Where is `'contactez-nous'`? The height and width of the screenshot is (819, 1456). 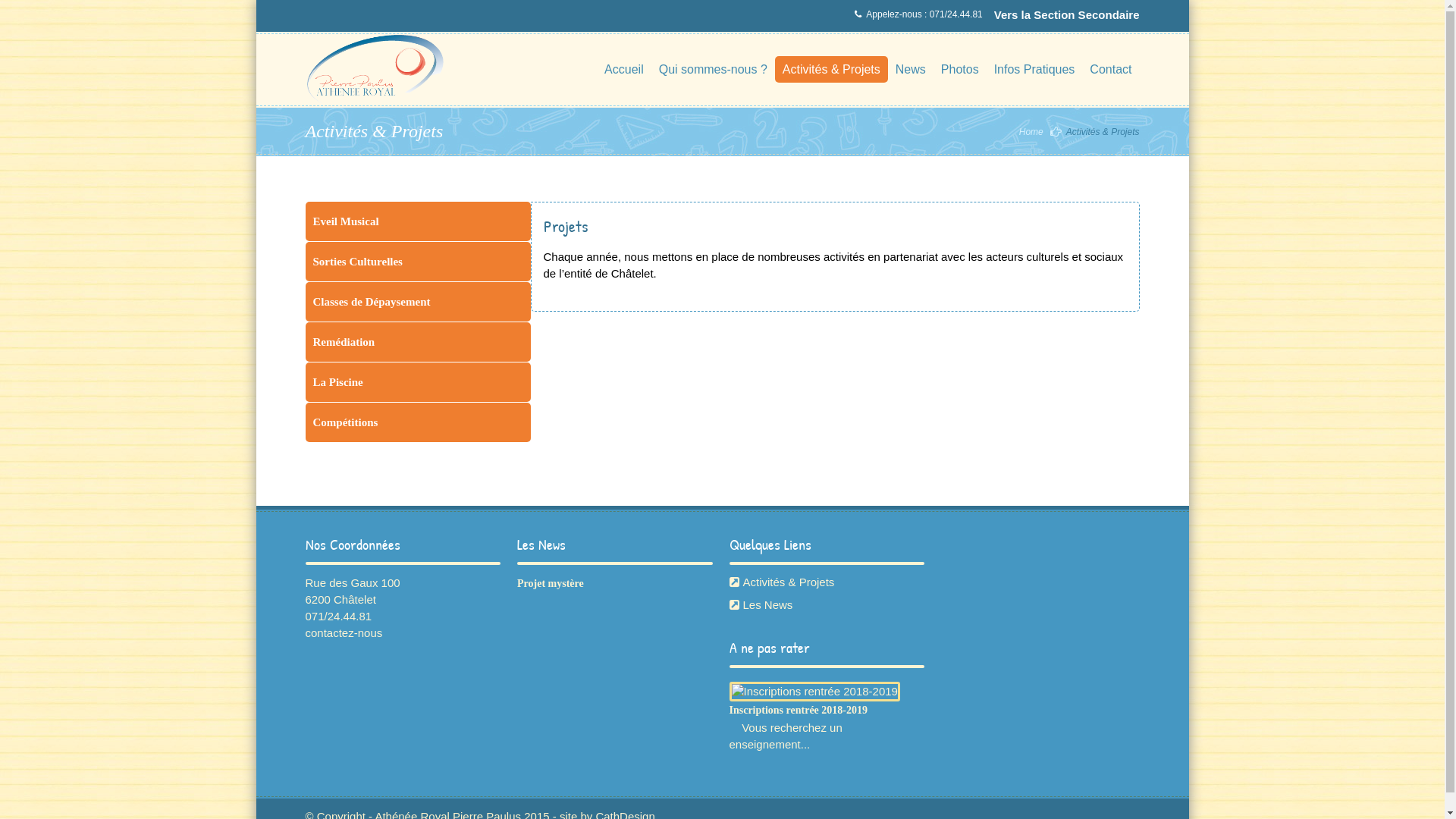
'contactez-nous' is located at coordinates (304, 632).